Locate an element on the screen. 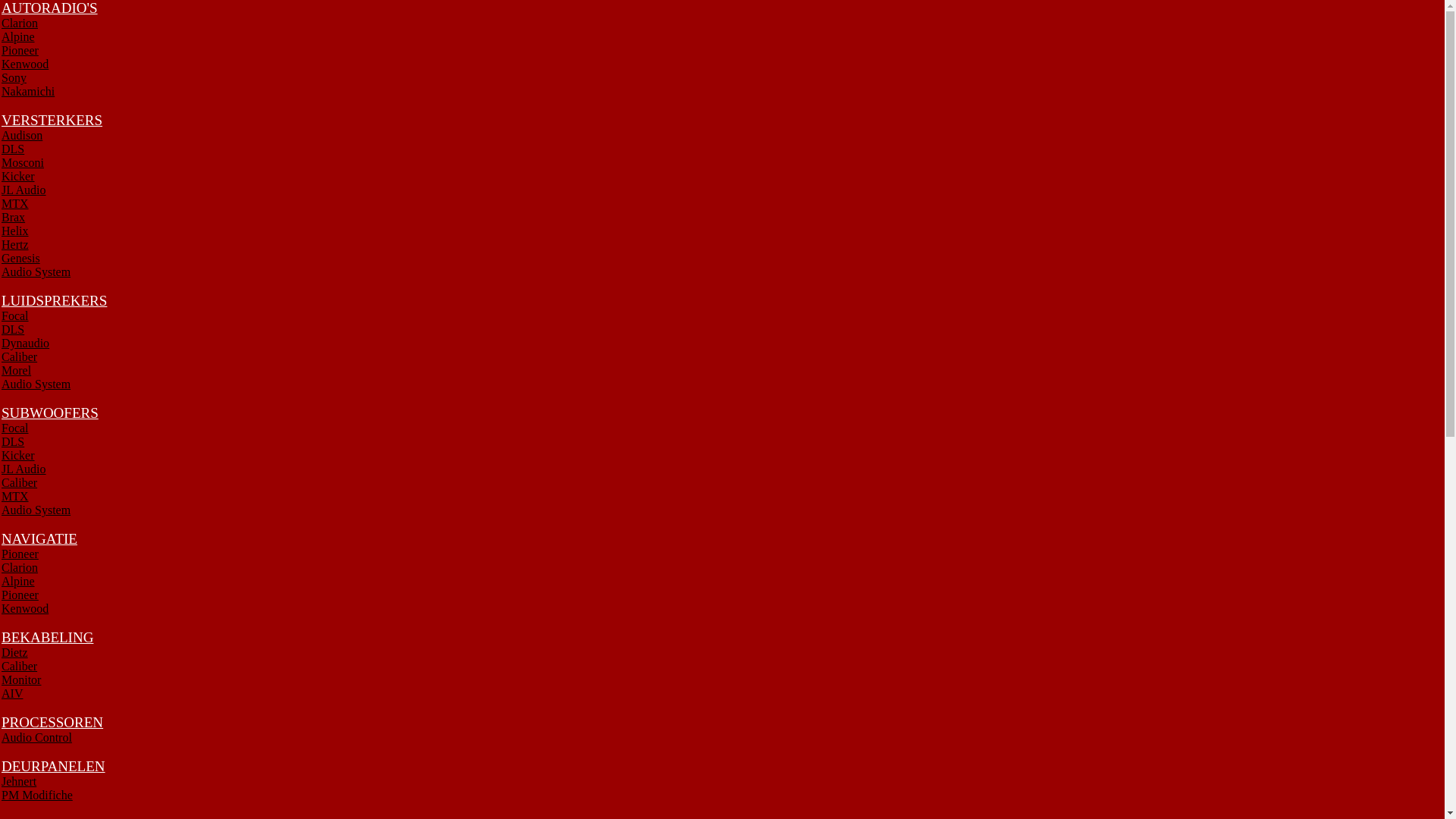 The image size is (1456, 819). 'Dynaudio' is located at coordinates (25, 343).